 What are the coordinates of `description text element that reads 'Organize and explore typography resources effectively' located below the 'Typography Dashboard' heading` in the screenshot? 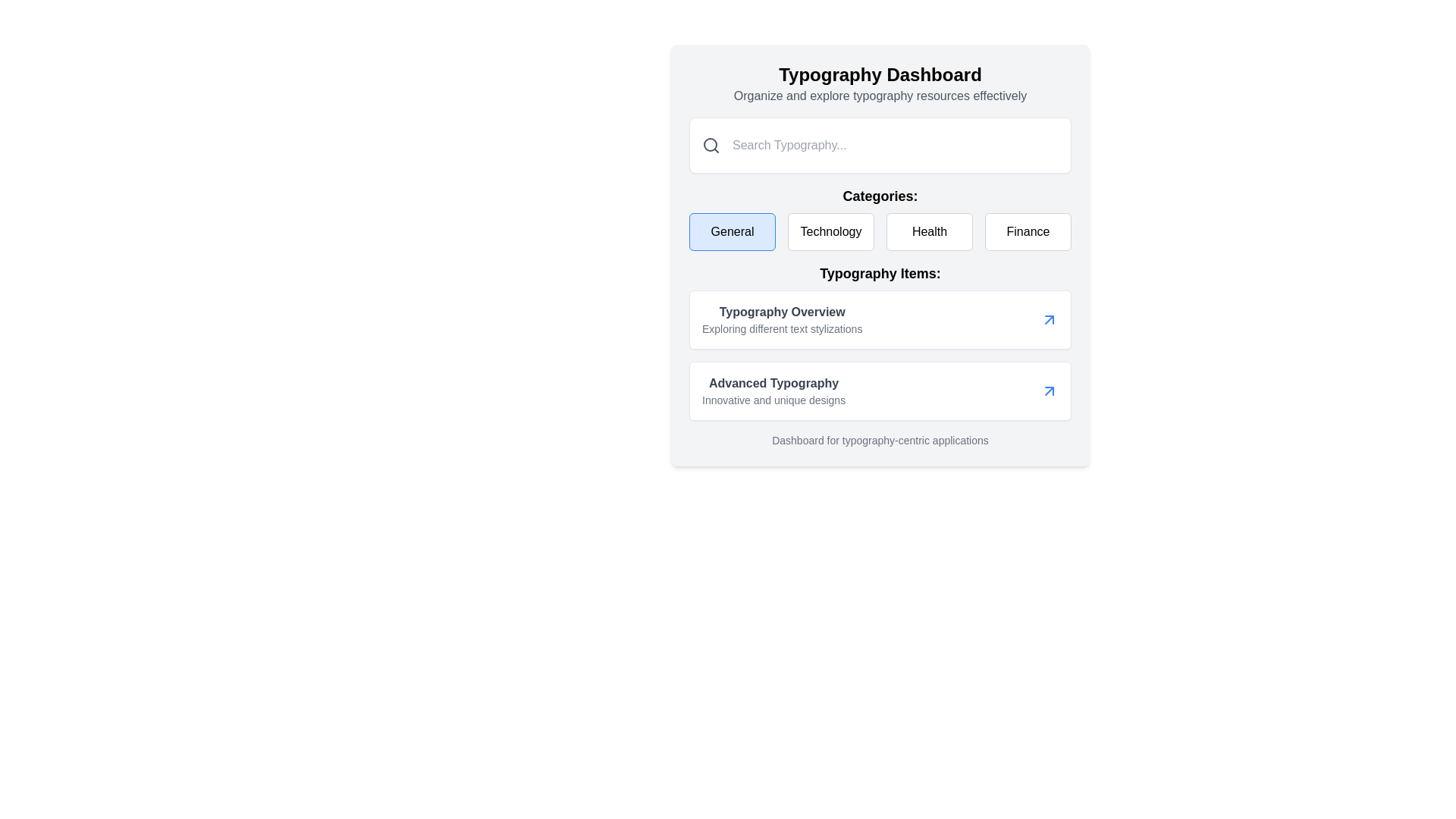 It's located at (880, 96).